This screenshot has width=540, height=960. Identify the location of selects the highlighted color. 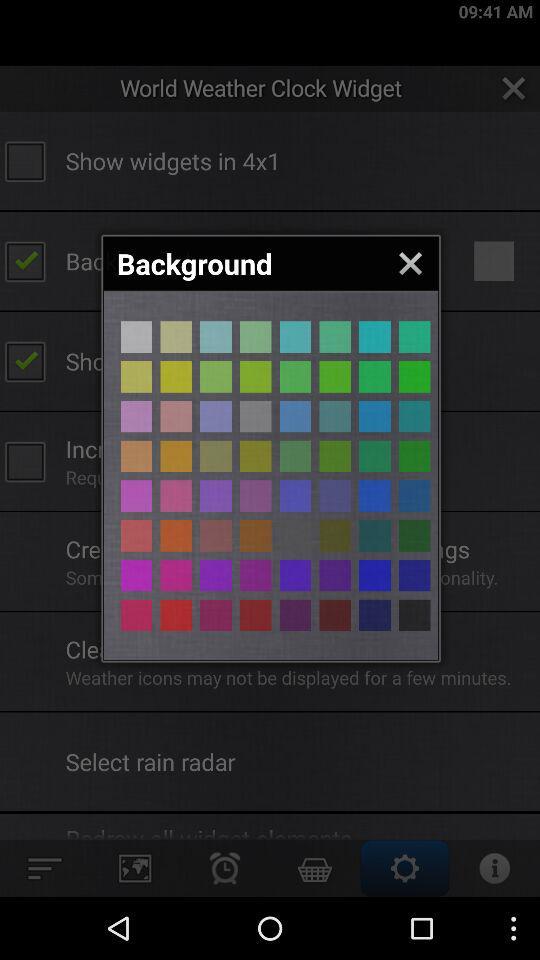
(215, 337).